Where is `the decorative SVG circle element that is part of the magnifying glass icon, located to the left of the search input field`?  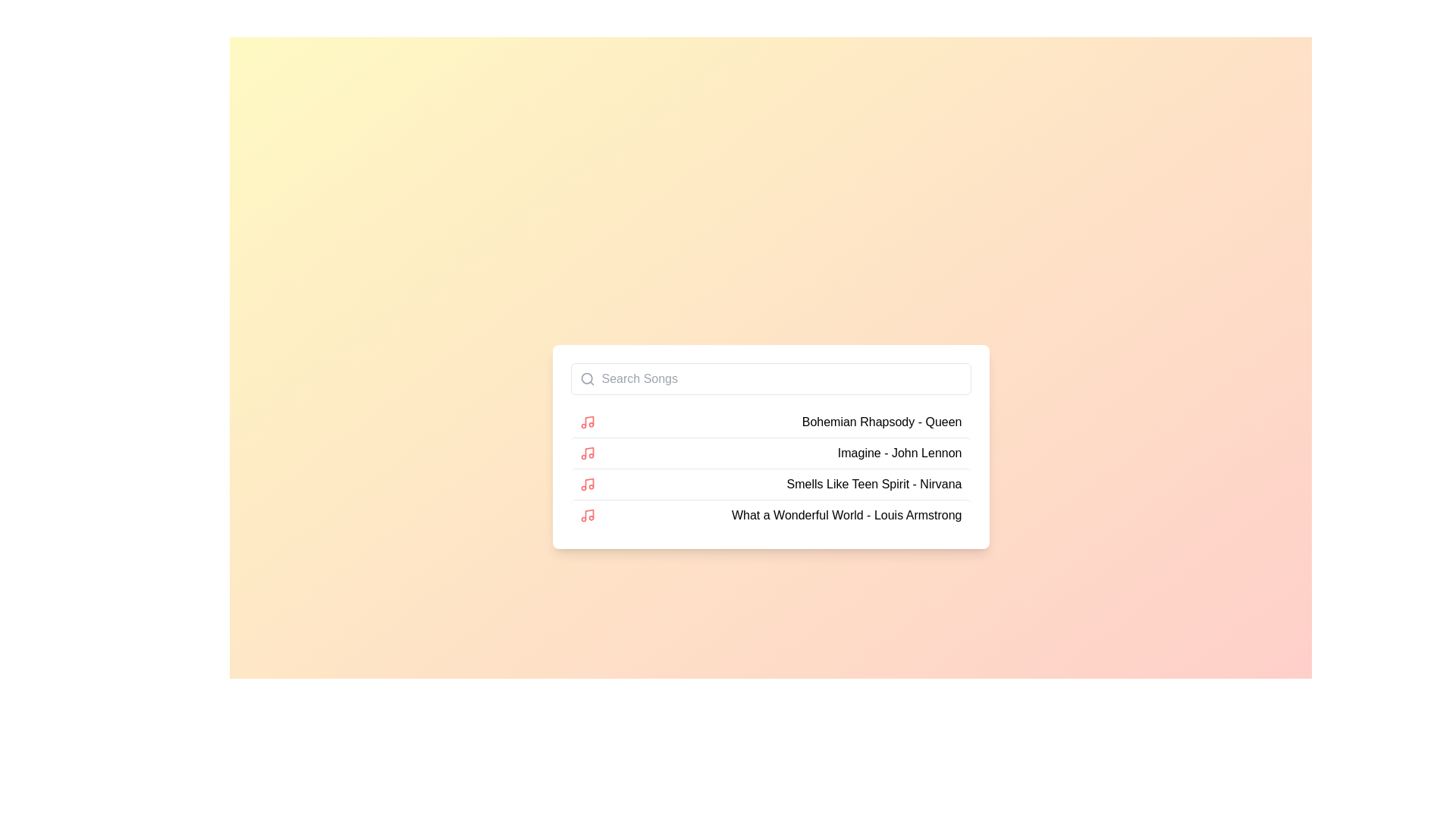 the decorative SVG circle element that is part of the magnifying glass icon, located to the left of the search input field is located at coordinates (585, 377).